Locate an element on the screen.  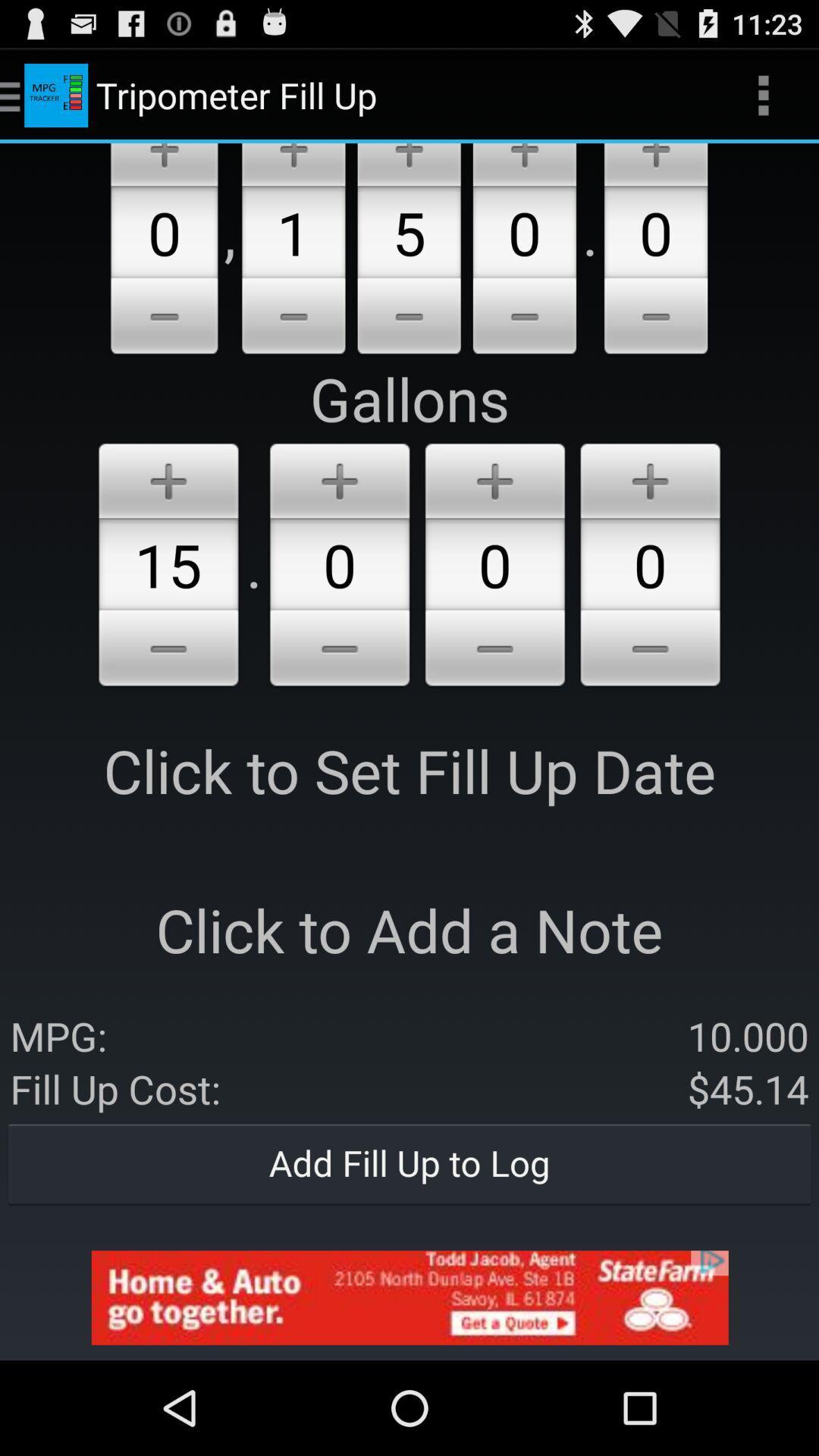
increase option is located at coordinates (293, 165).